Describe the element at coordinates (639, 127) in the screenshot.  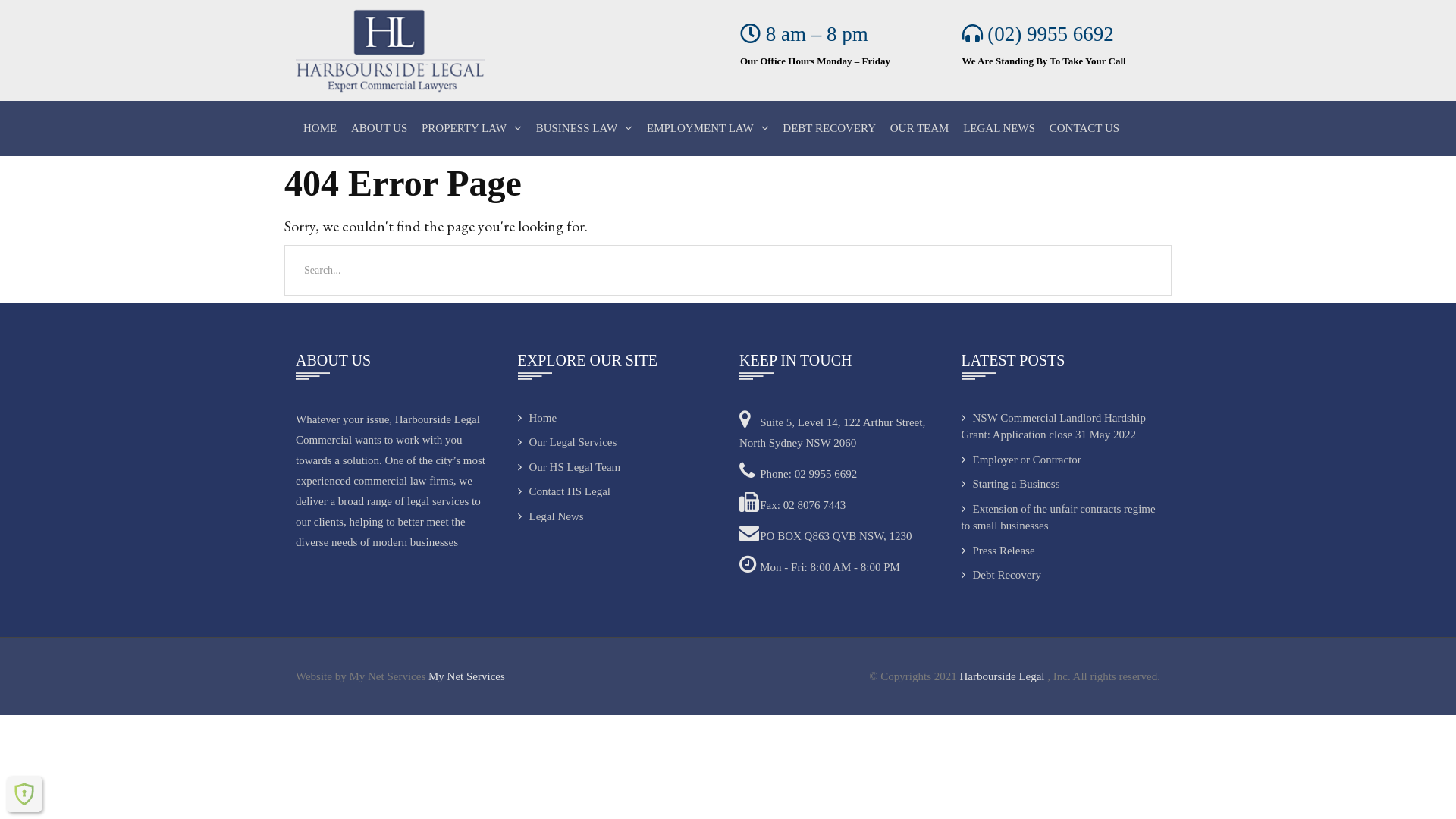
I see `'EMPLOYMENT LAW'` at that location.